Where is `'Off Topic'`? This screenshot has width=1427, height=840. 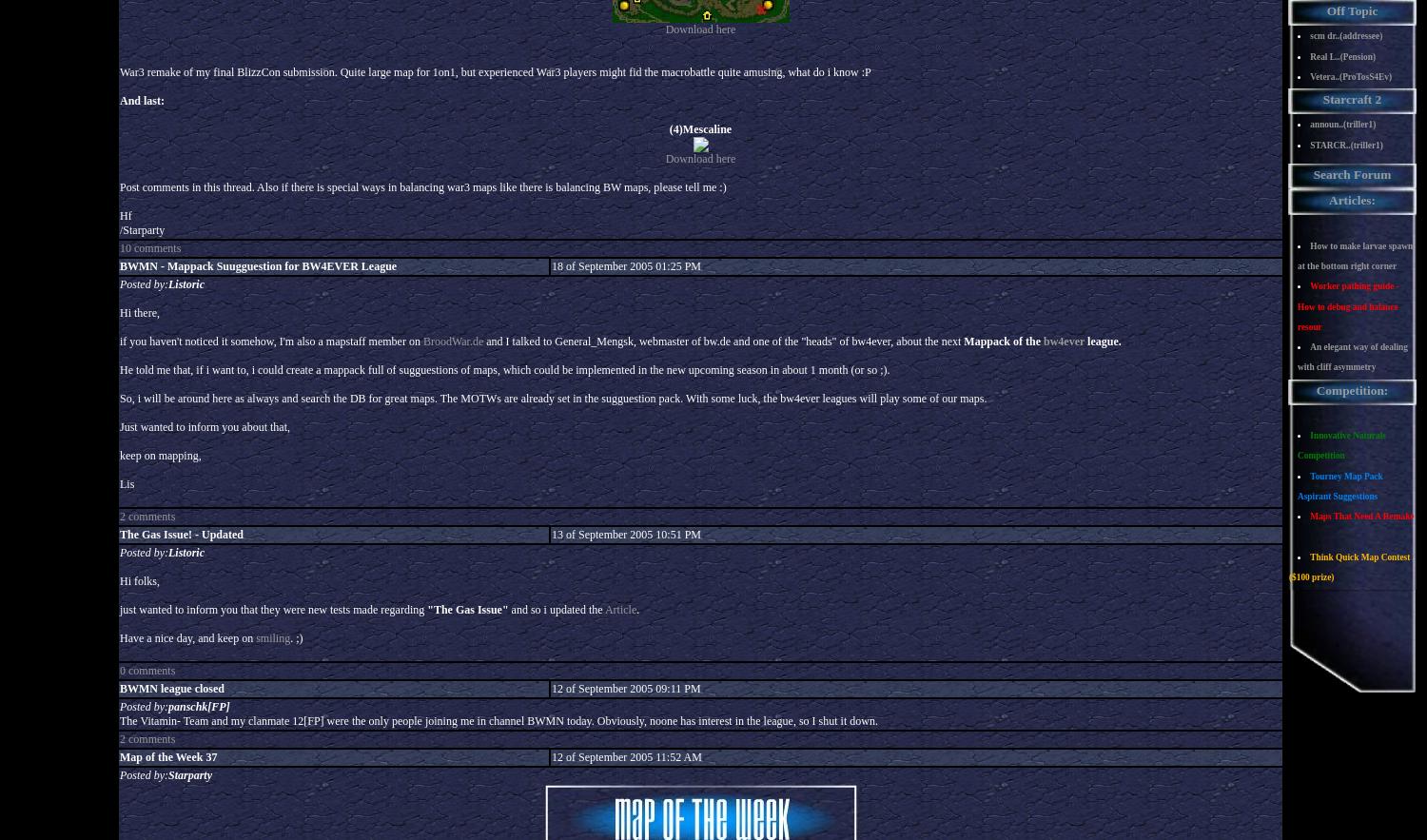 'Off Topic' is located at coordinates (1351, 10).